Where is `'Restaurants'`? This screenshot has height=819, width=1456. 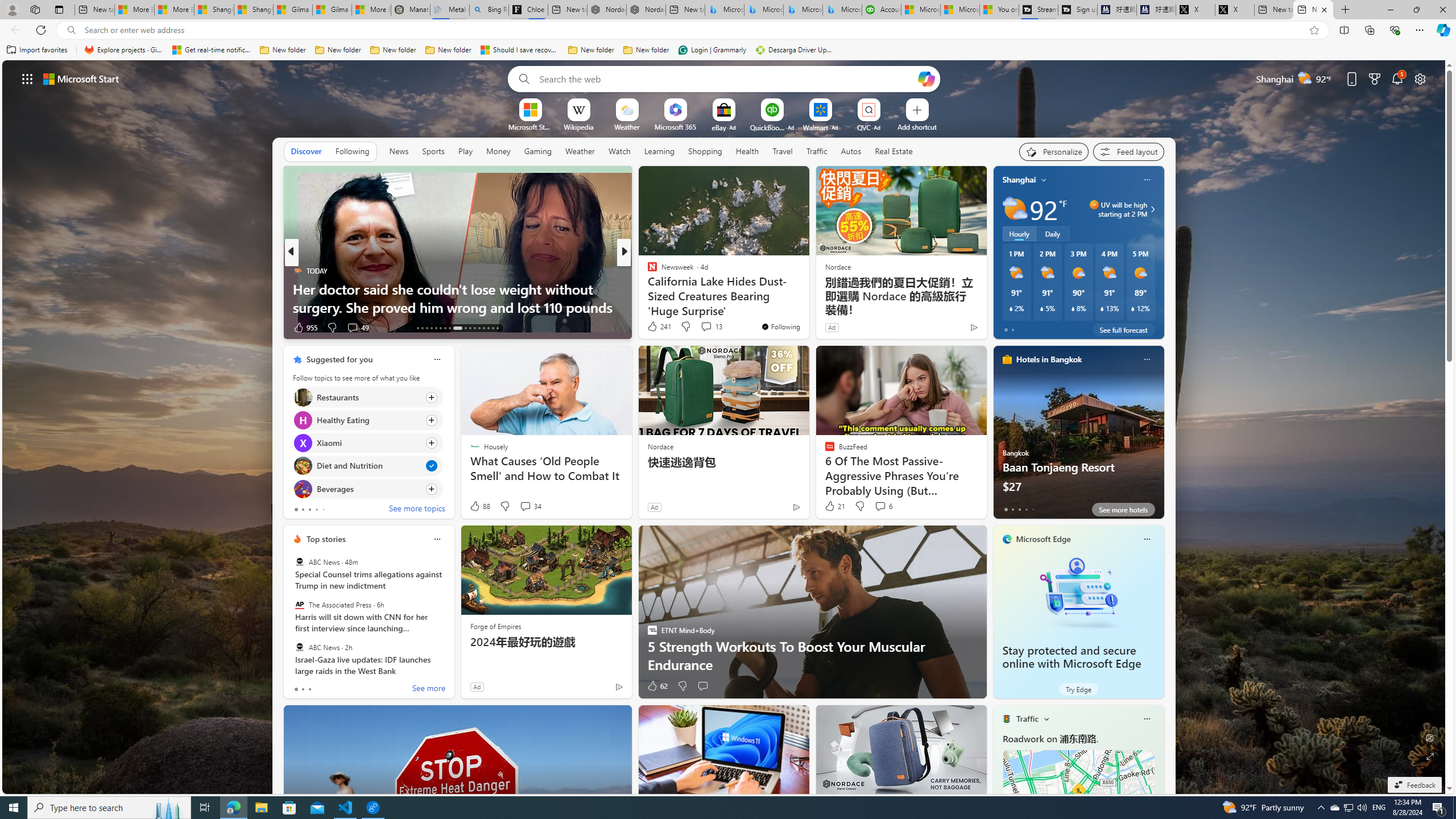
'Restaurants' is located at coordinates (302, 397).